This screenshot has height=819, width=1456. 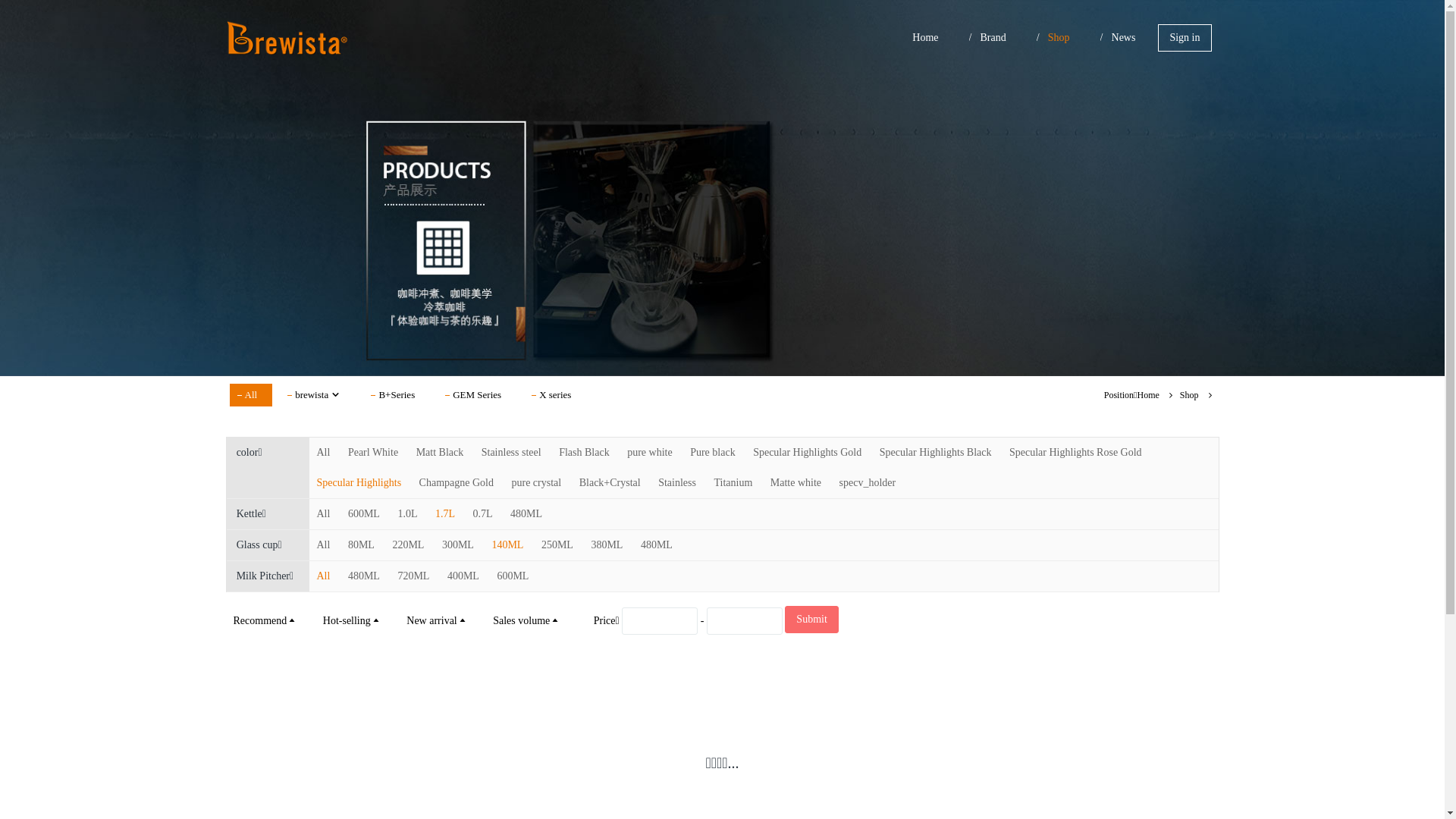 What do you see at coordinates (934, 451) in the screenshot?
I see `'Specular Highlights Black'` at bounding box center [934, 451].